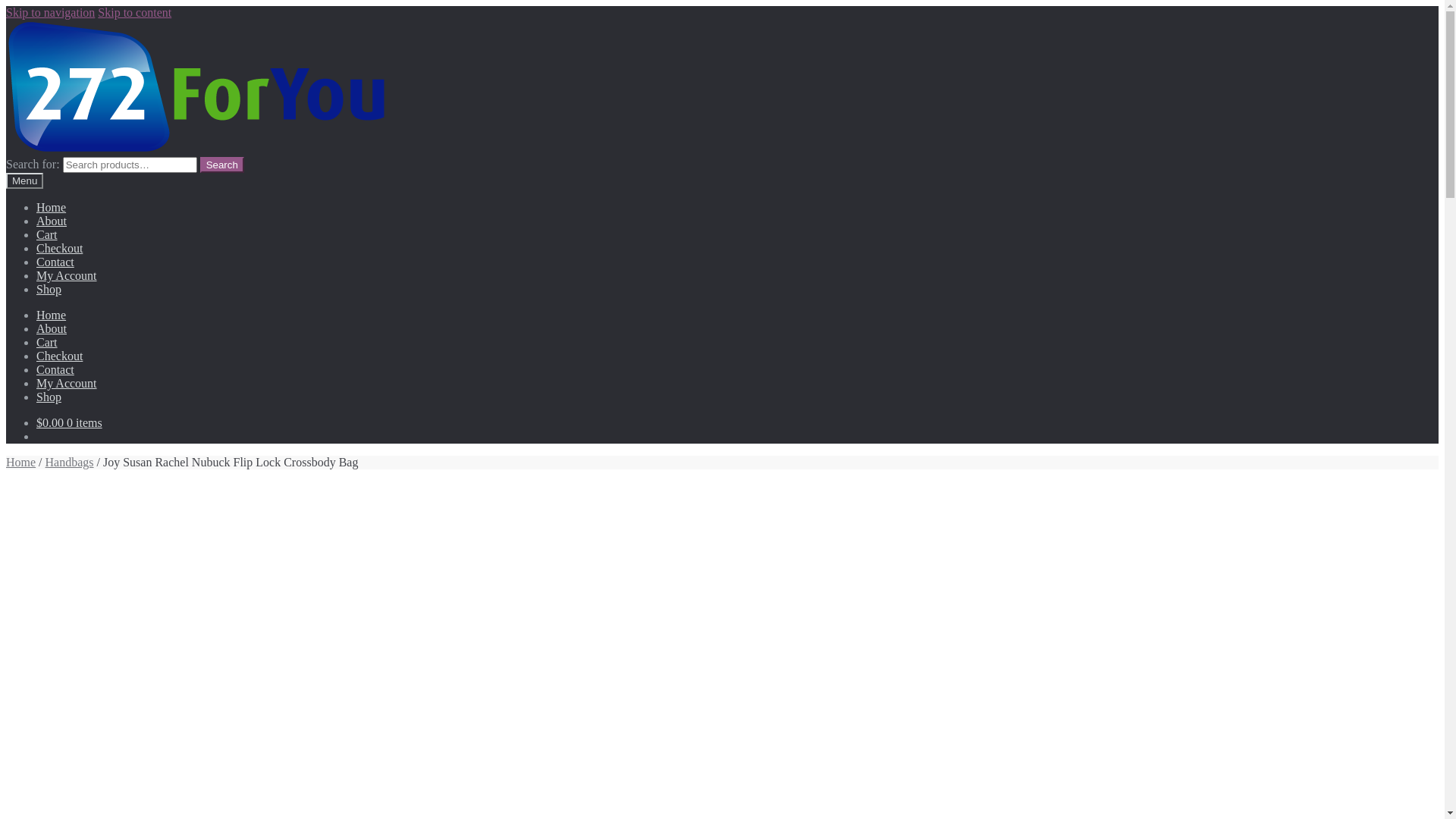 The image size is (1456, 819). I want to click on '$0.00 0 items', so click(68, 422).